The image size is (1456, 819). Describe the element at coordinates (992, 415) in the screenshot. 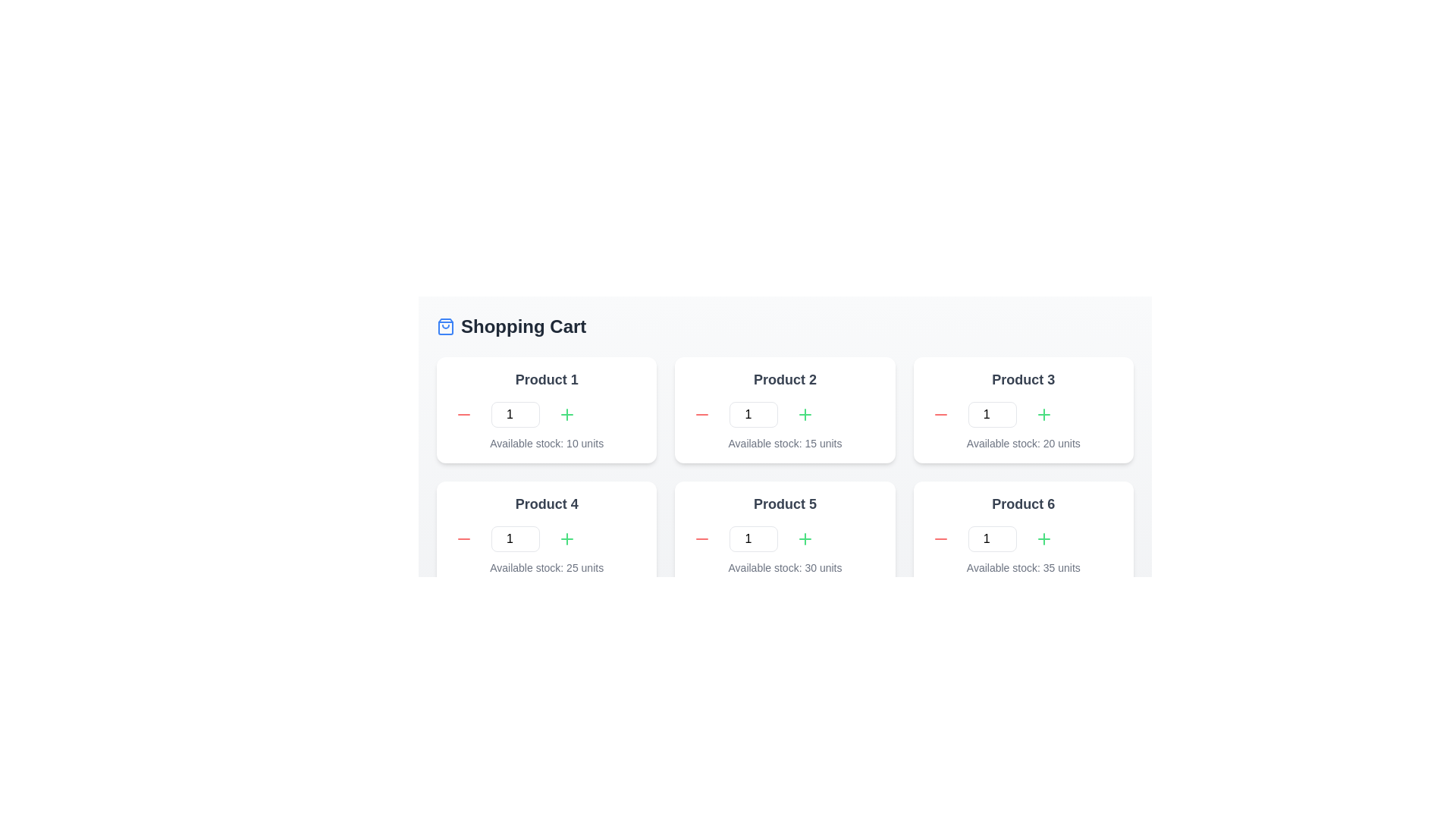

I see `the numeric input box displaying the number '1' within the 'Product 3' card to focus on it` at that location.